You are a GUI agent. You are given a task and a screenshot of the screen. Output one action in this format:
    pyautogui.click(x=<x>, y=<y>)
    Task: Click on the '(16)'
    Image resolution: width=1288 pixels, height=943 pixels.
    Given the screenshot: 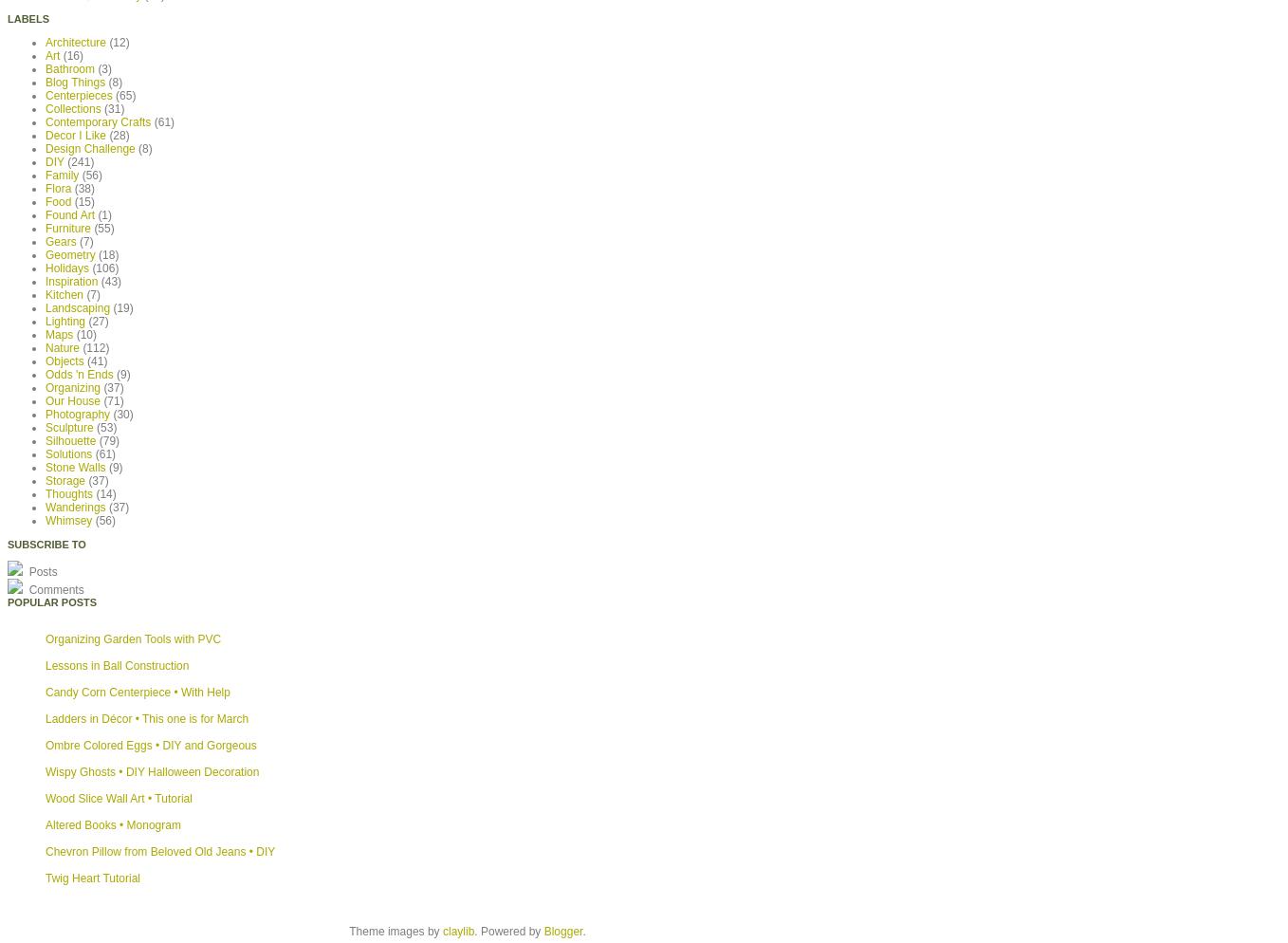 What is the action you would take?
    pyautogui.click(x=72, y=54)
    